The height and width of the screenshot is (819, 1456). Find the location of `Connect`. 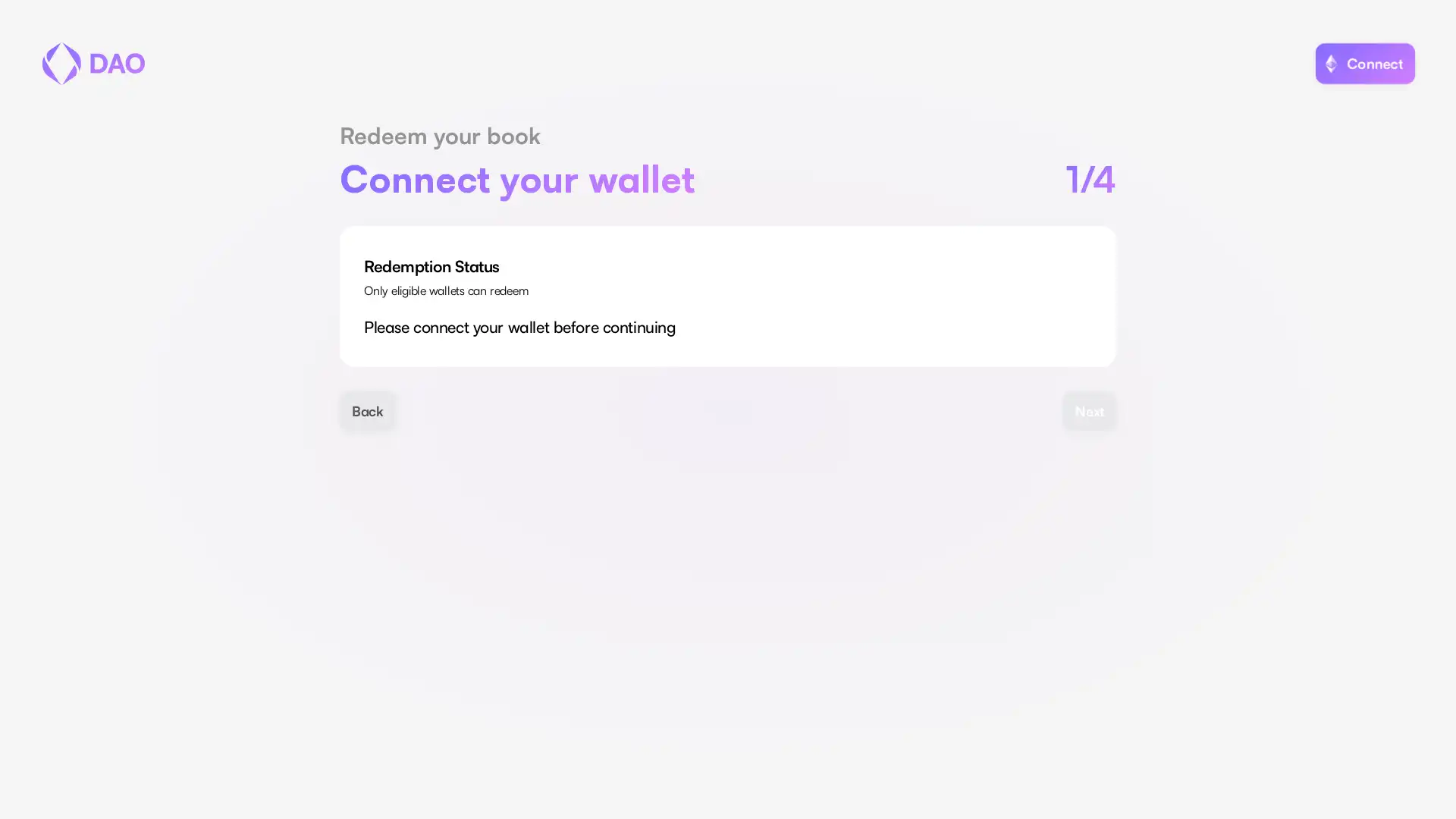

Connect is located at coordinates (1365, 62).